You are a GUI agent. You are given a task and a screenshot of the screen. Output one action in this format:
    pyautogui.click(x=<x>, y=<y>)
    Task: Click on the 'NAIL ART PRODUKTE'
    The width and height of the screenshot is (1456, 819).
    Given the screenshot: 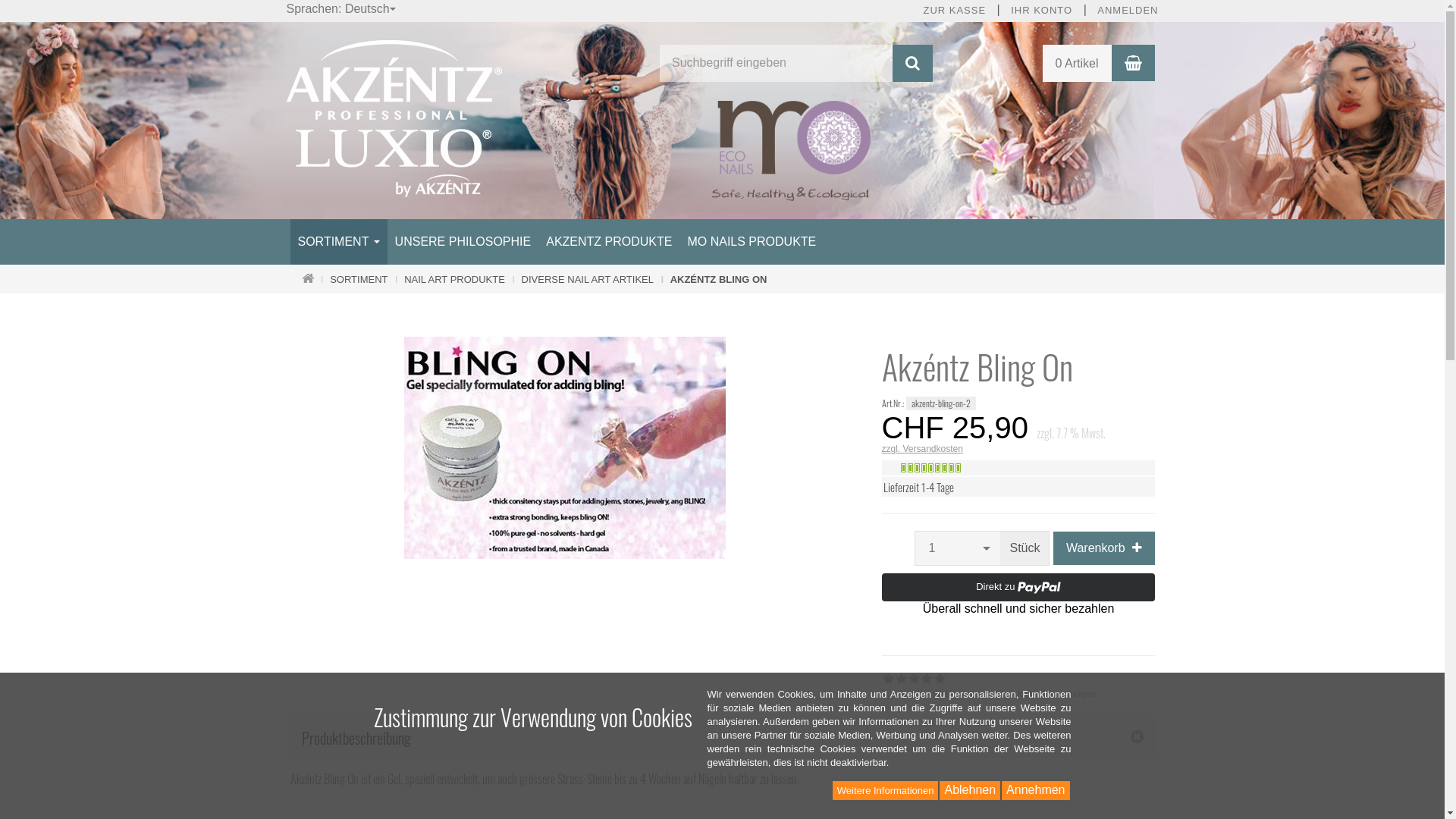 What is the action you would take?
    pyautogui.click(x=453, y=279)
    